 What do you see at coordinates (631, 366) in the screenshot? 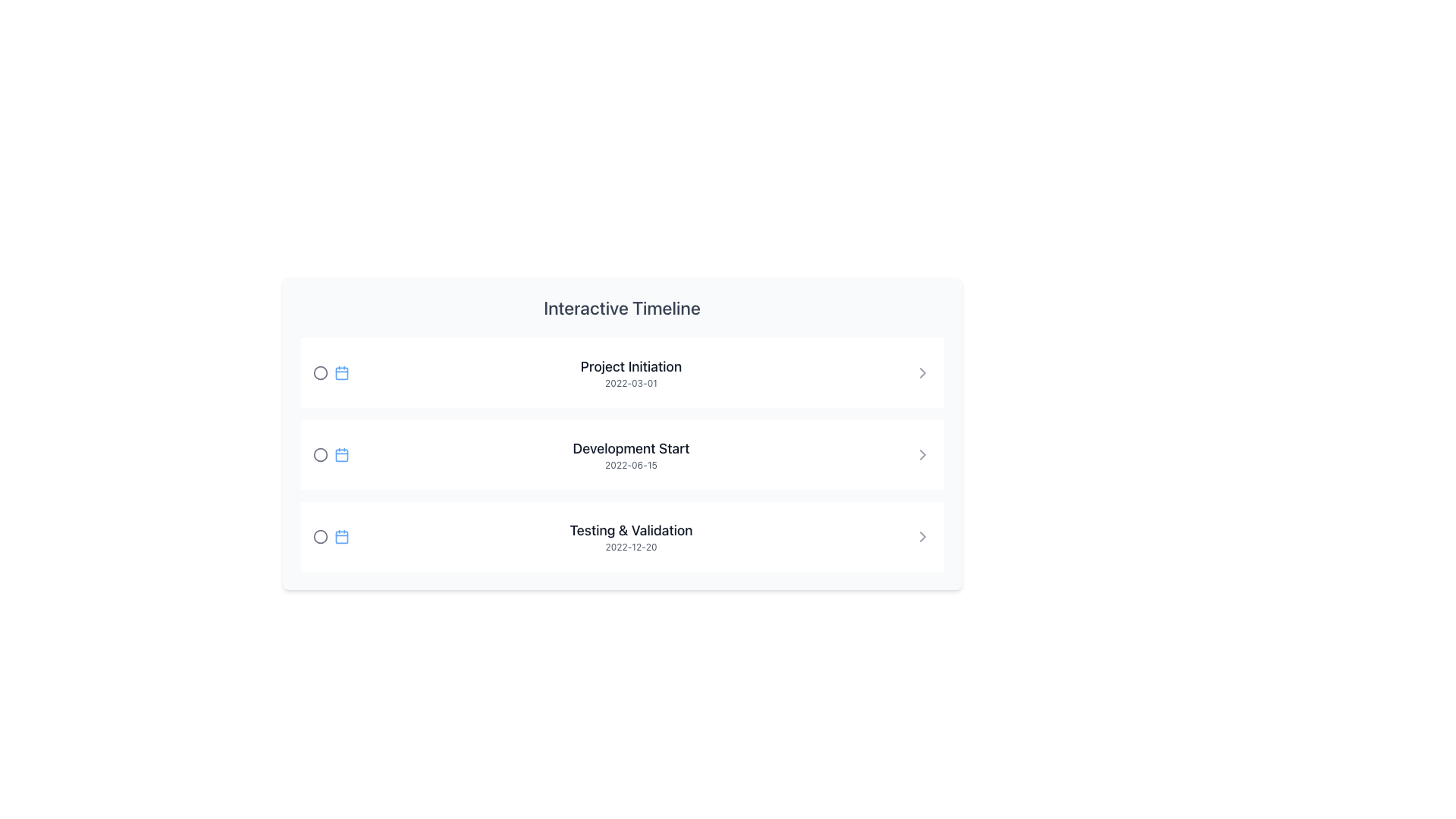
I see `the Text Label that serves as the title for the associated milestone, positioned at the upper section of the list of milestones` at bounding box center [631, 366].